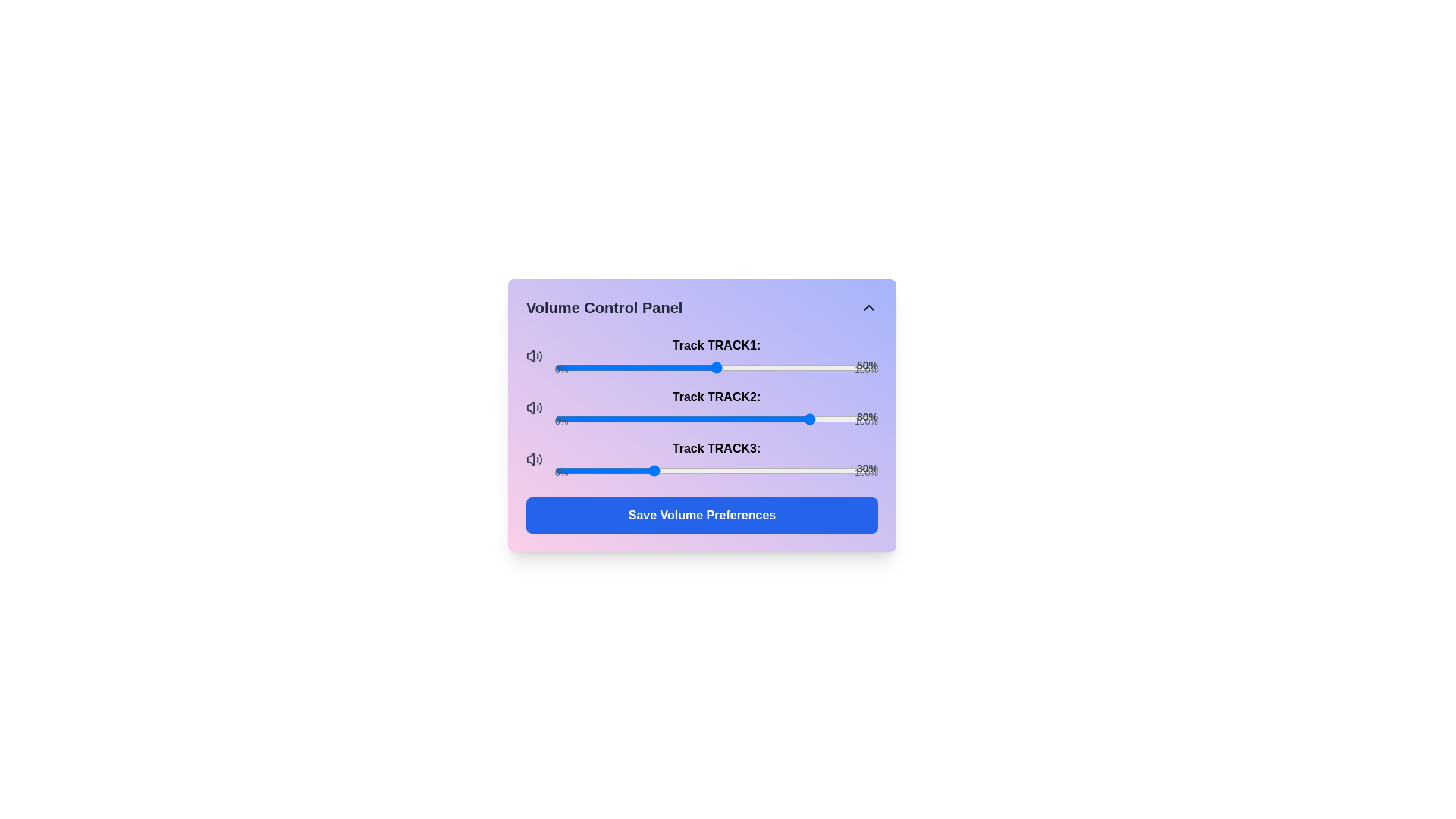 This screenshot has height=819, width=1456. I want to click on the horizontal slider element styled as a thin gray bar with a blue handle, located in the top-left section of the interface, titled 'Track TRACK1:', so click(716, 368).